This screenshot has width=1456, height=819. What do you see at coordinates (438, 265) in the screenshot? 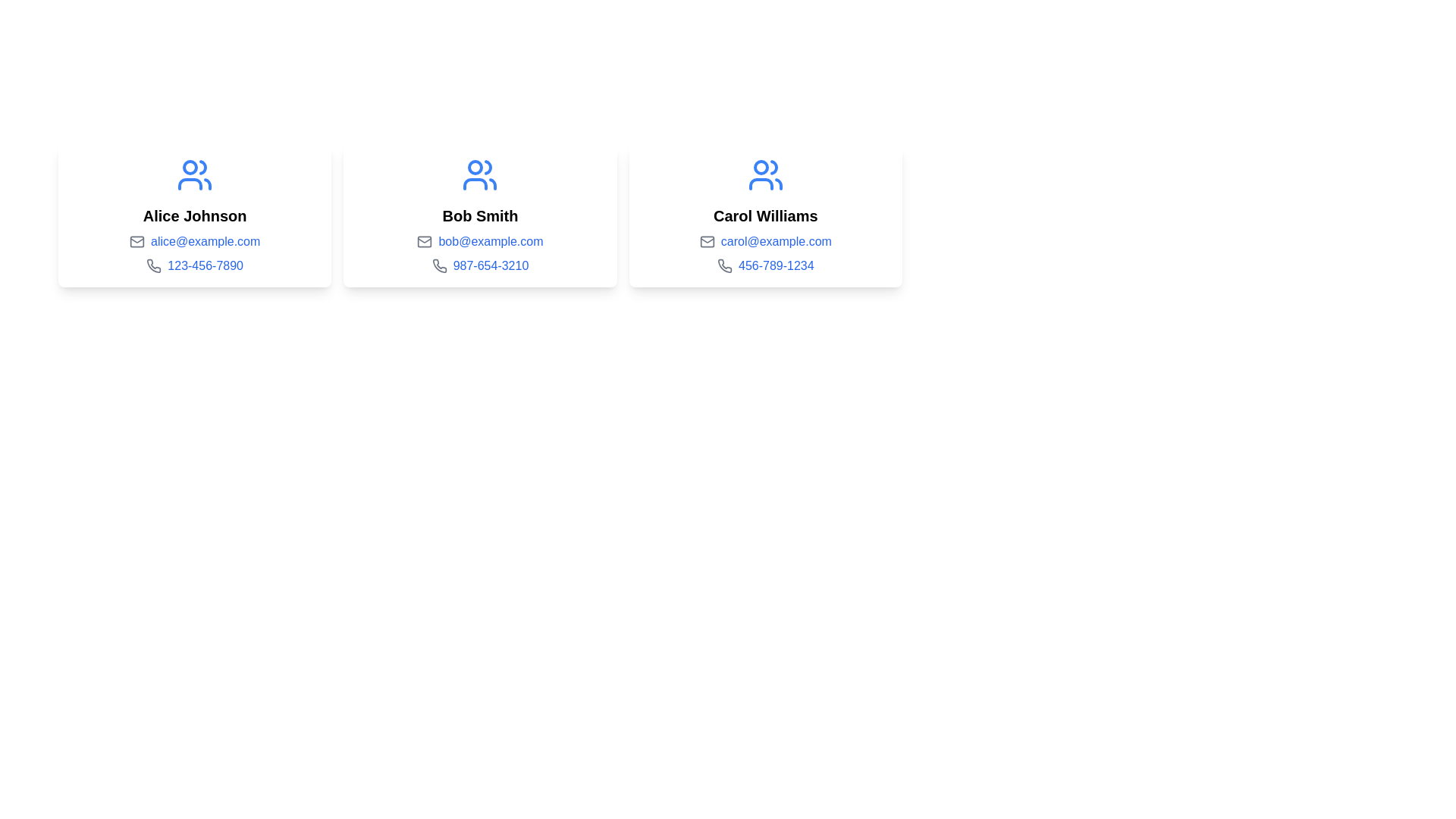
I see `the phone icon representing contact information for 'Bob Smith', located at the bottom of the card preceding the text '987-654-3210'` at bounding box center [438, 265].